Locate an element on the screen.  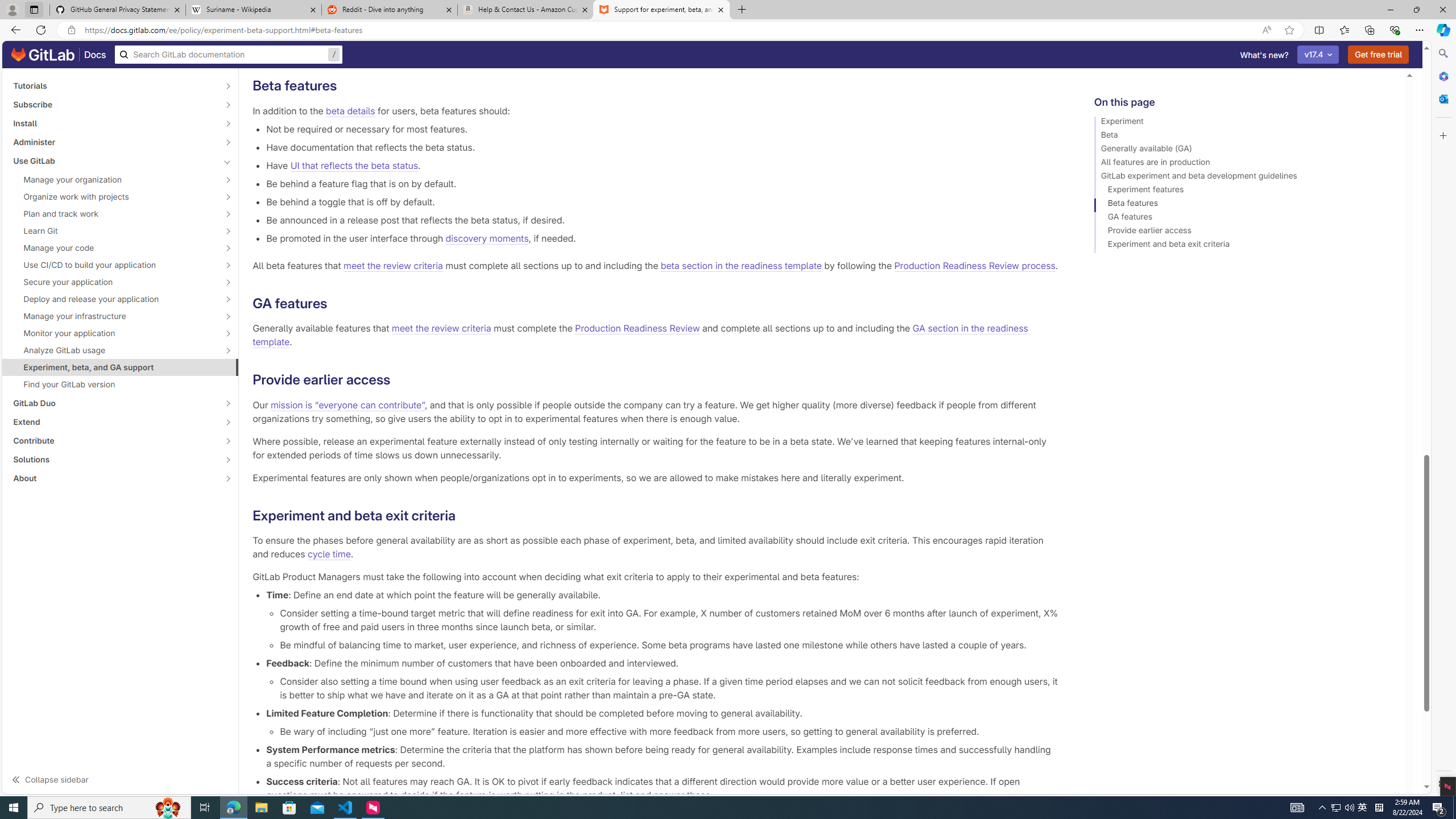
'Experiment' is located at coordinates (1244, 122).